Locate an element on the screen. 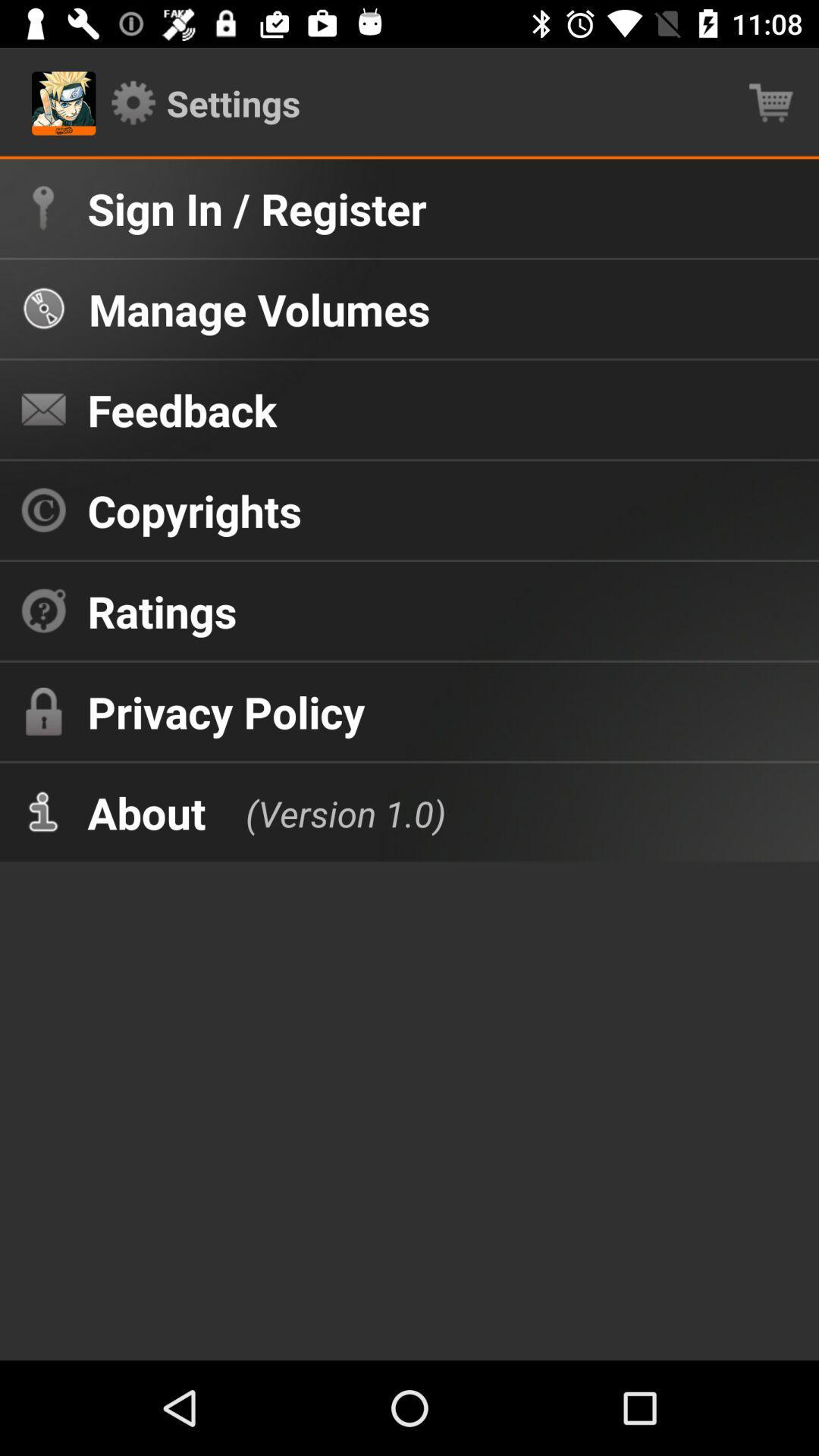  item below privacy policy item is located at coordinates (146, 811).